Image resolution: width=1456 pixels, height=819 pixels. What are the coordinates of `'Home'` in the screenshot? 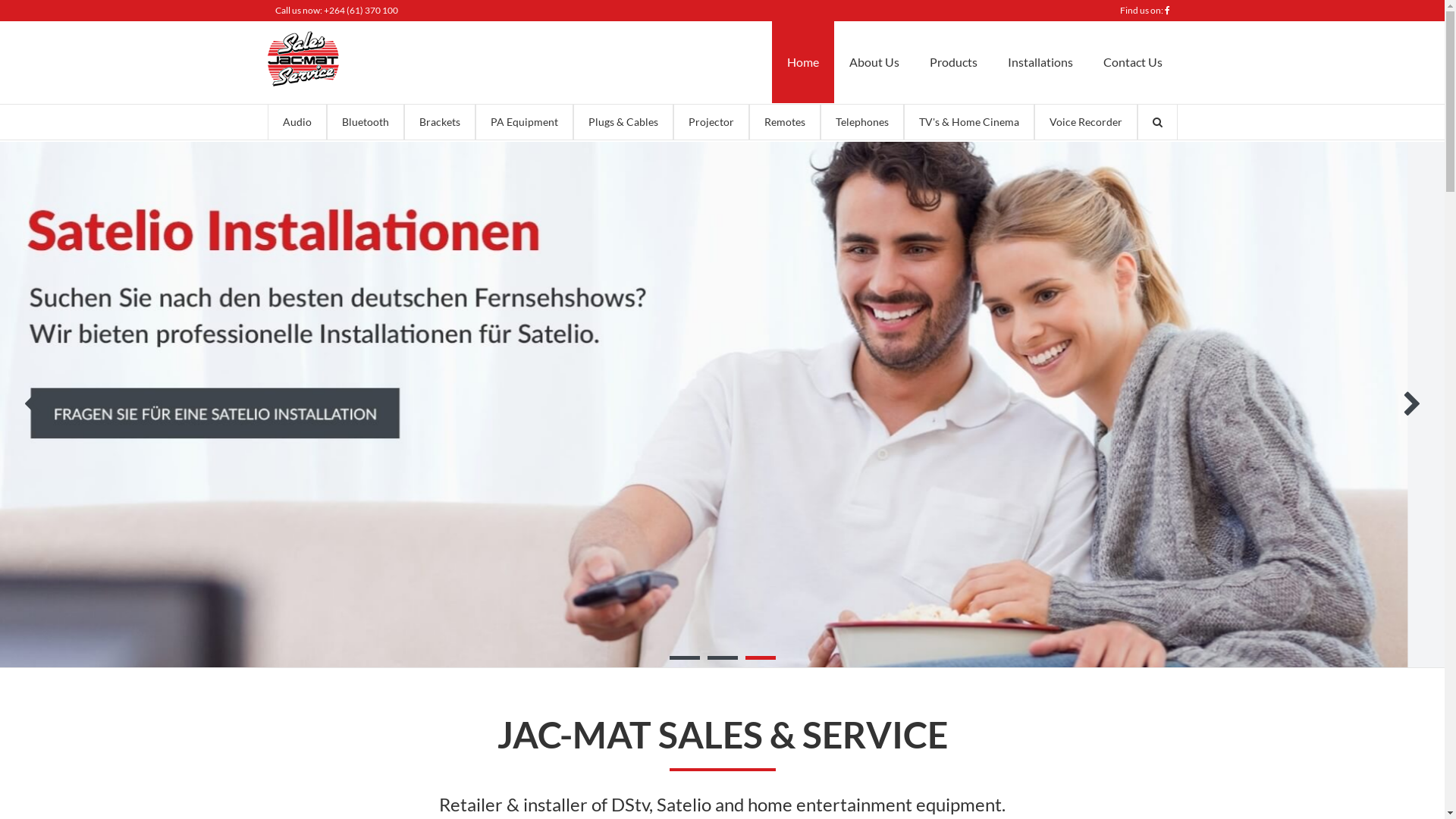 It's located at (771, 61).